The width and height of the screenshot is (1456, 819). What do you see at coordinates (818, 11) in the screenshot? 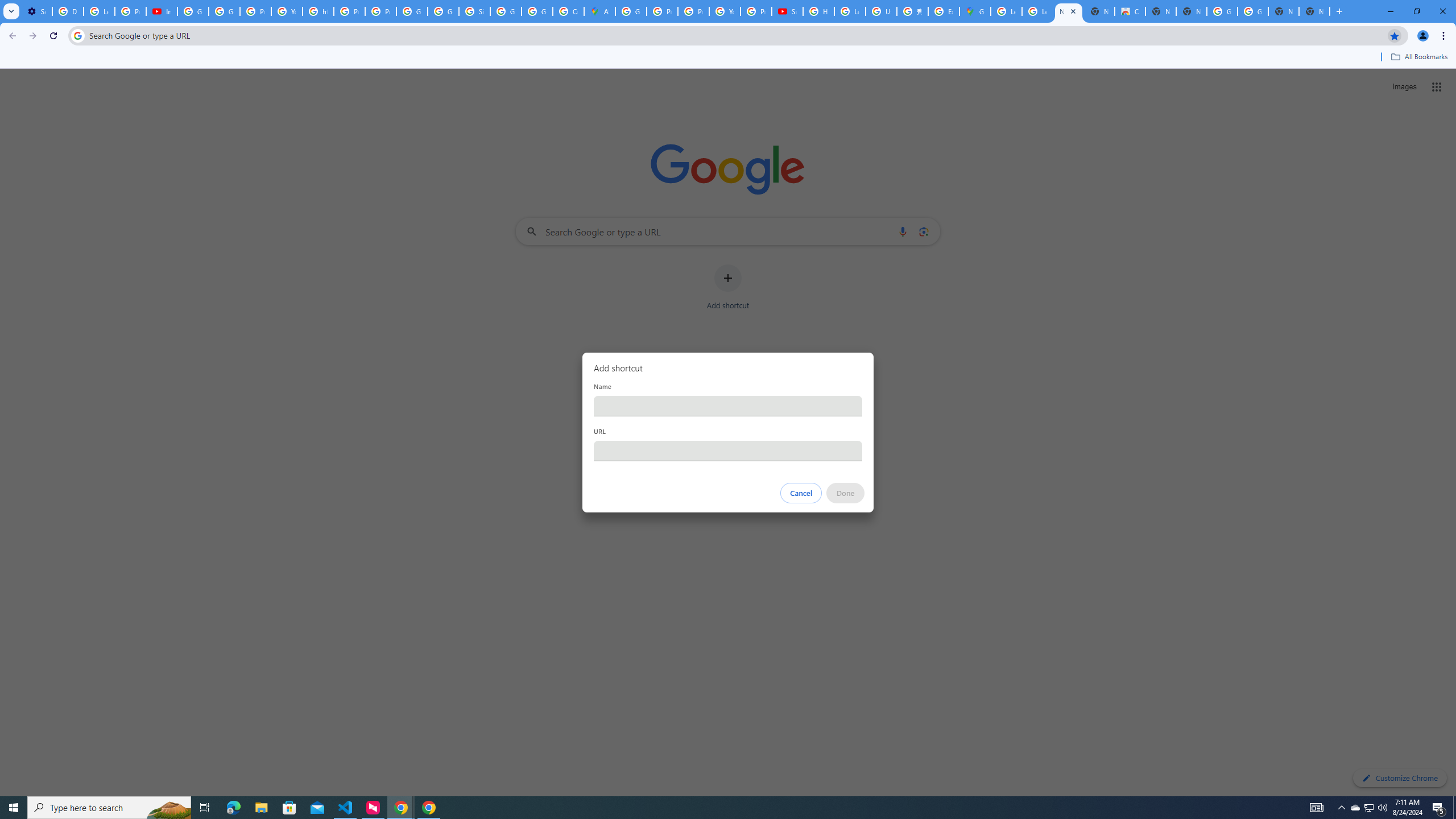
I see `'How Chrome protects your passwords - Google Chrome Help'` at bounding box center [818, 11].